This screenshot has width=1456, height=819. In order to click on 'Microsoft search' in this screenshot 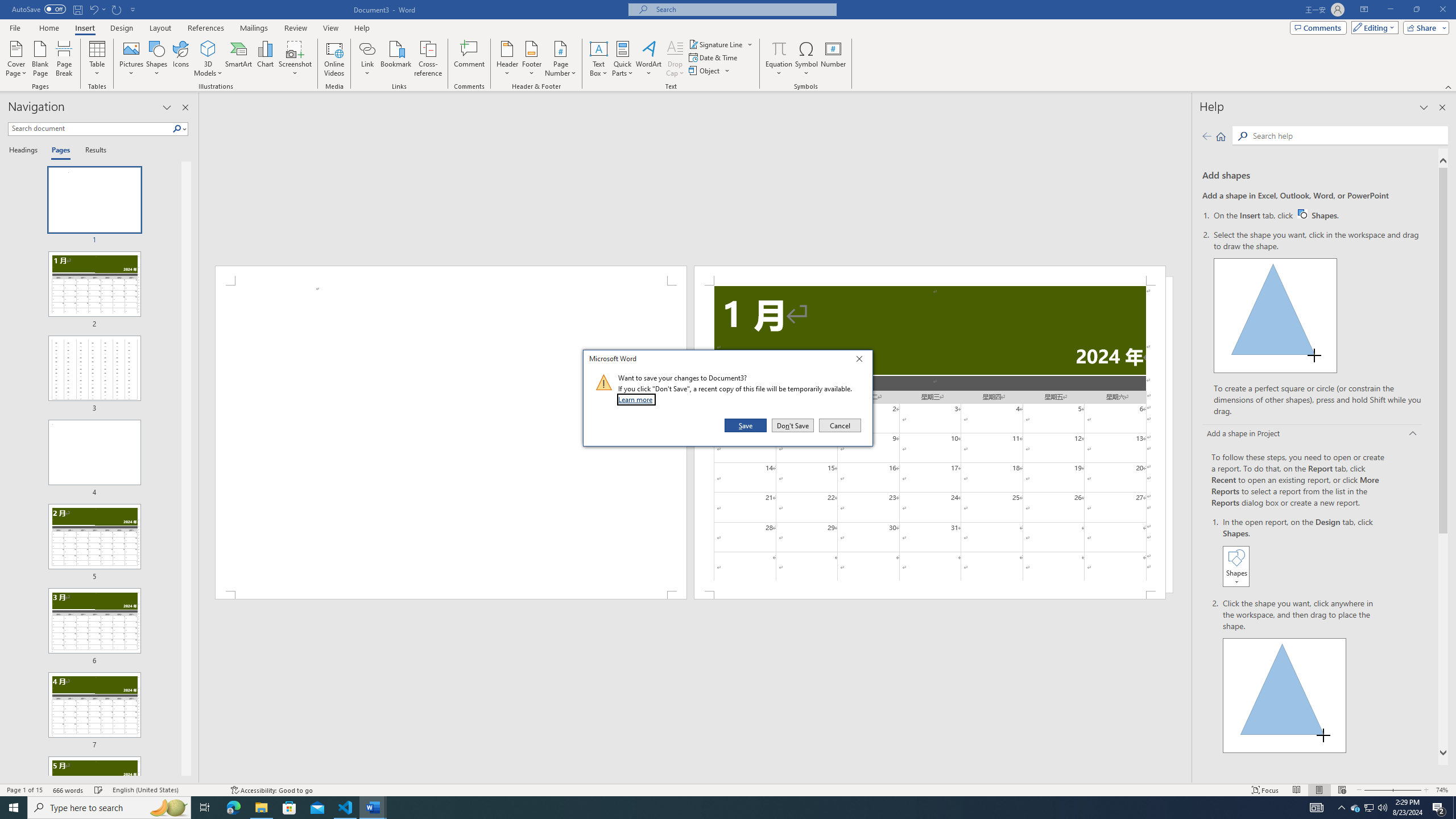, I will do `click(742, 9)`.